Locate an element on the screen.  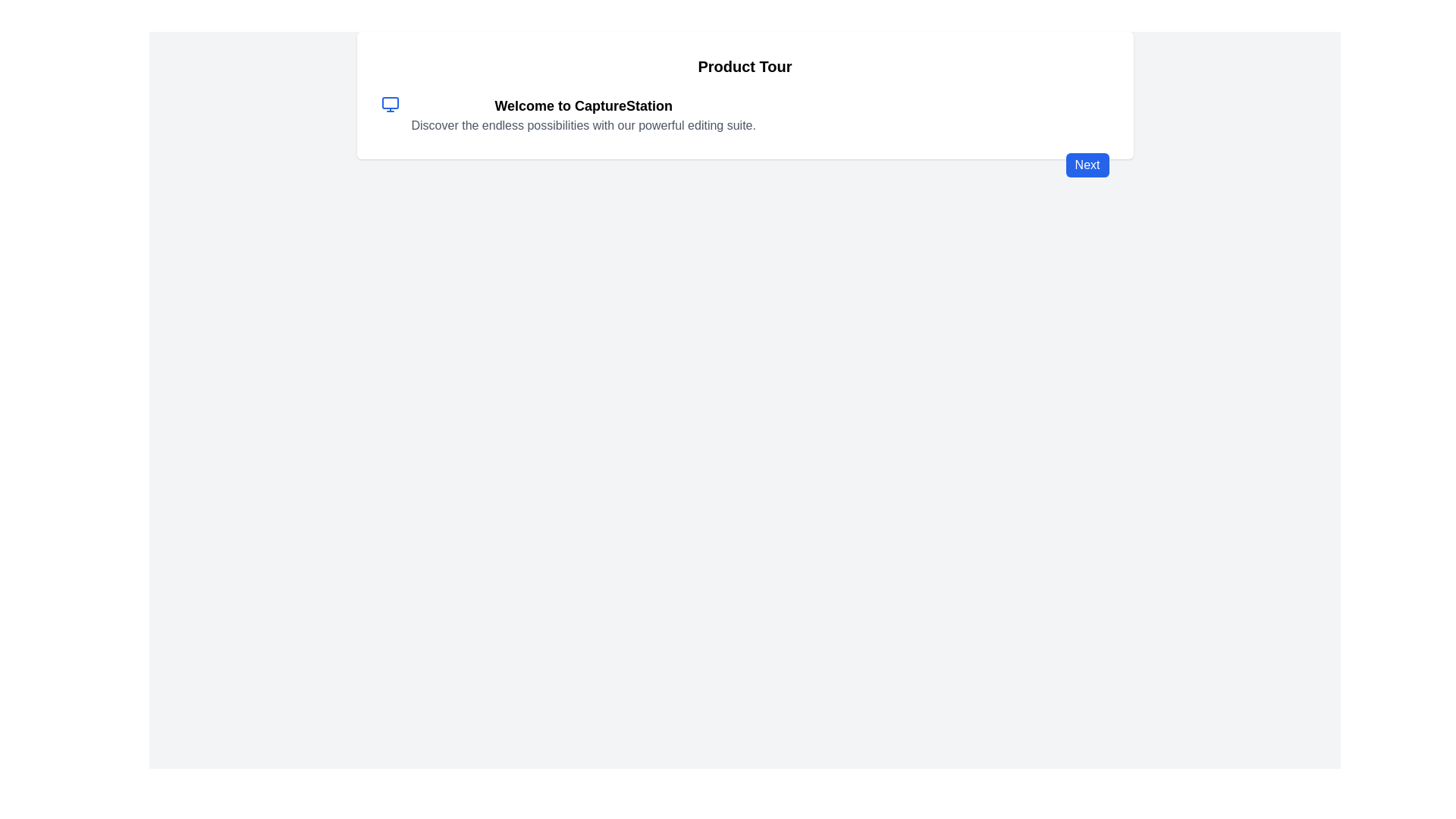
the header text display for 'CaptureStation', which is located at the top center of the interface within a white card is located at coordinates (582, 105).